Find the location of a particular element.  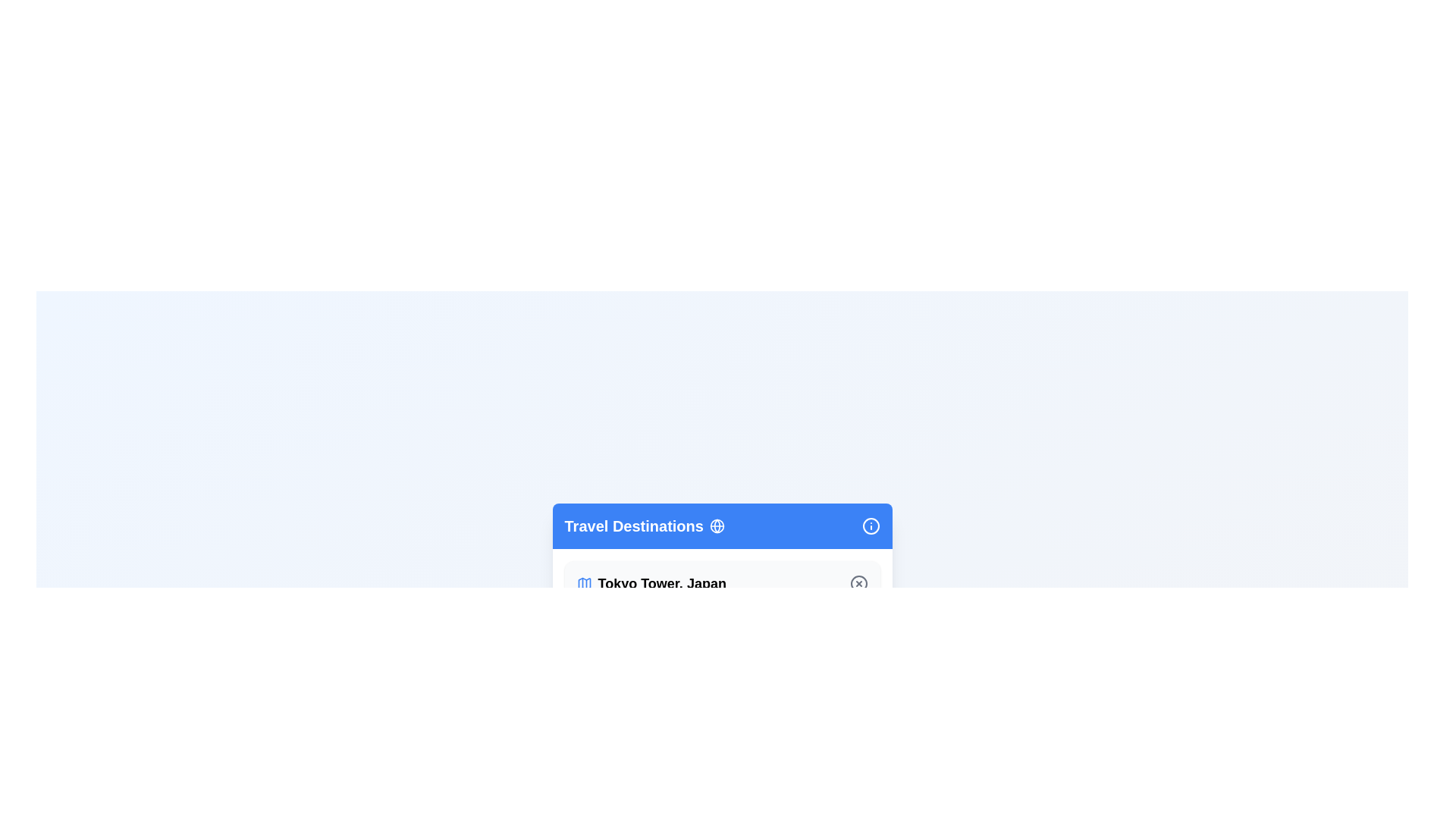

the interactive delete button associated with the entry for 'Tokyo Tower, Japan' to trigger hover effects such as color change is located at coordinates (858, 583).